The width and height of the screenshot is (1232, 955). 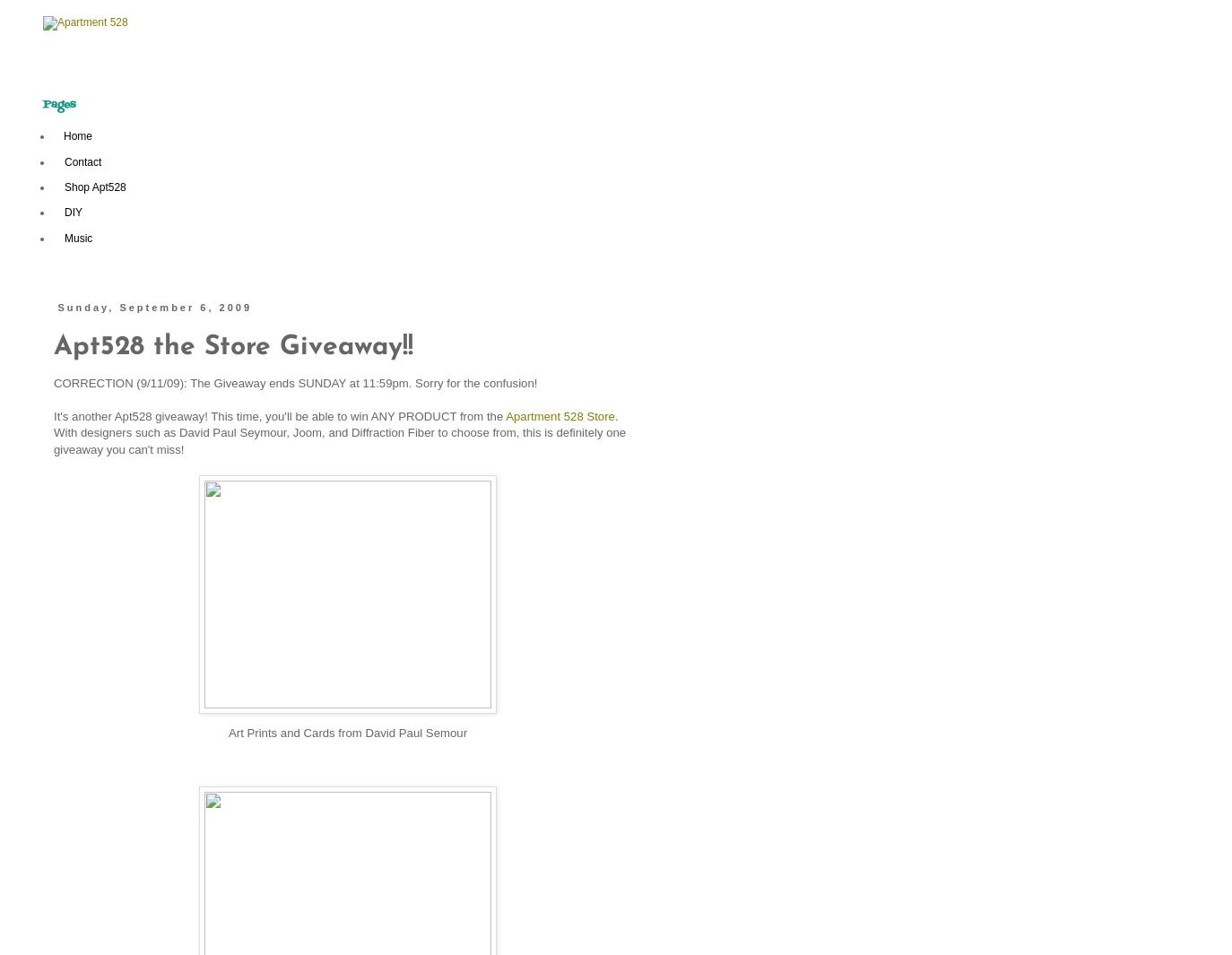 What do you see at coordinates (57, 104) in the screenshot?
I see `'Pages'` at bounding box center [57, 104].